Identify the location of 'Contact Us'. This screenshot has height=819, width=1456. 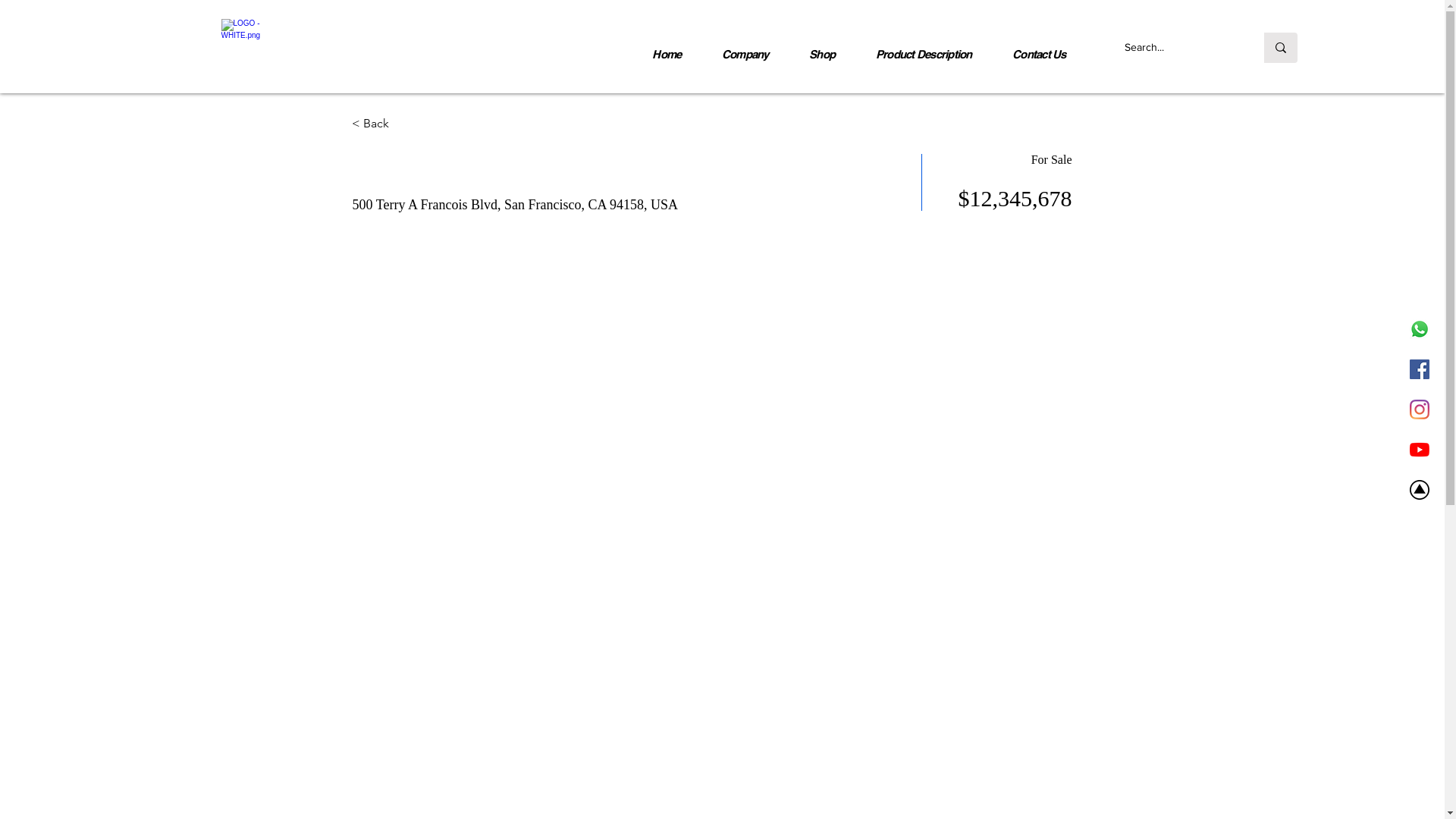
(1037, 53).